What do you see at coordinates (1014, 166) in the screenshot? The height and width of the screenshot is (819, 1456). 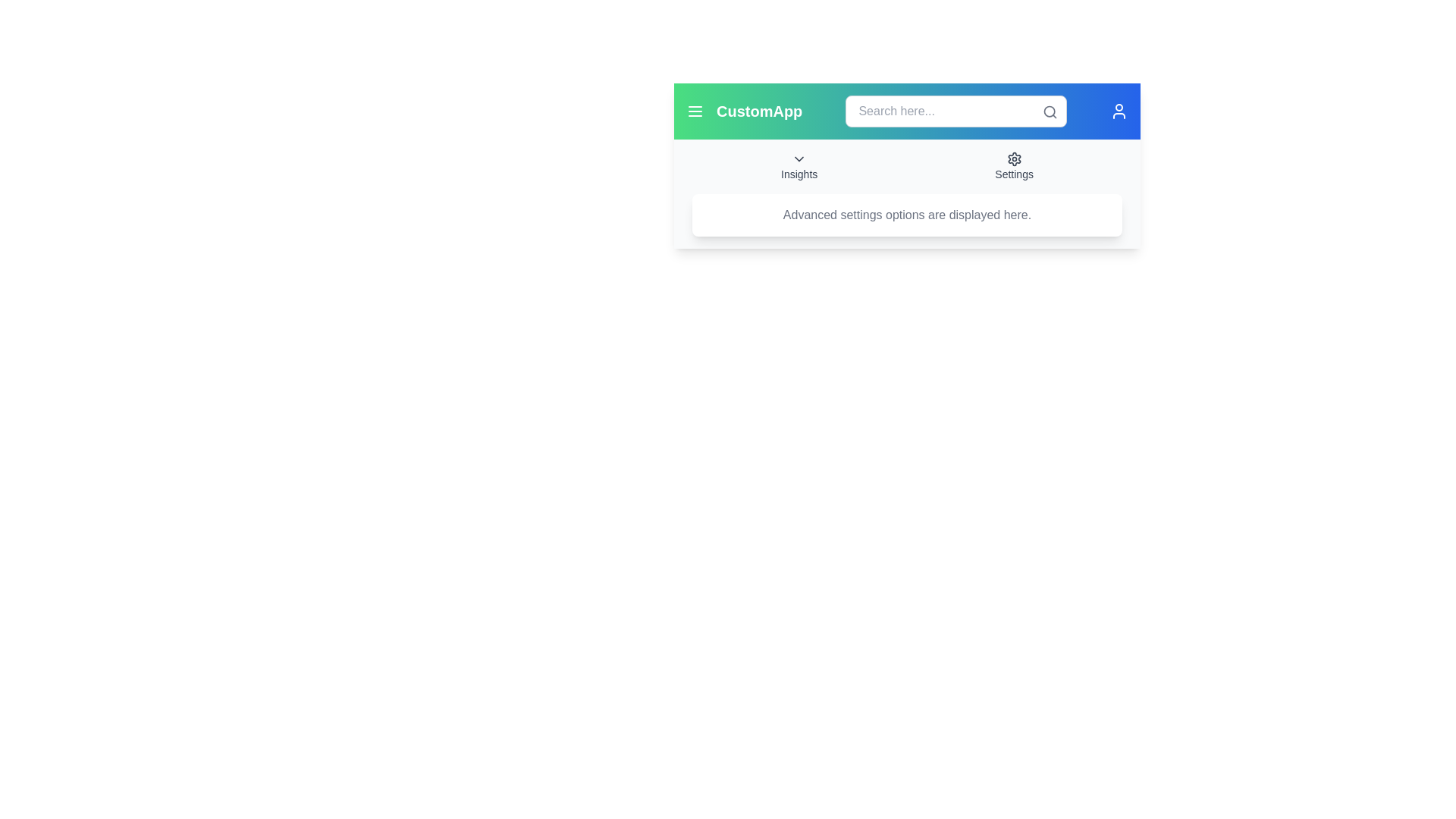 I see `the settings button located to the right of the 'Insights' element` at bounding box center [1014, 166].